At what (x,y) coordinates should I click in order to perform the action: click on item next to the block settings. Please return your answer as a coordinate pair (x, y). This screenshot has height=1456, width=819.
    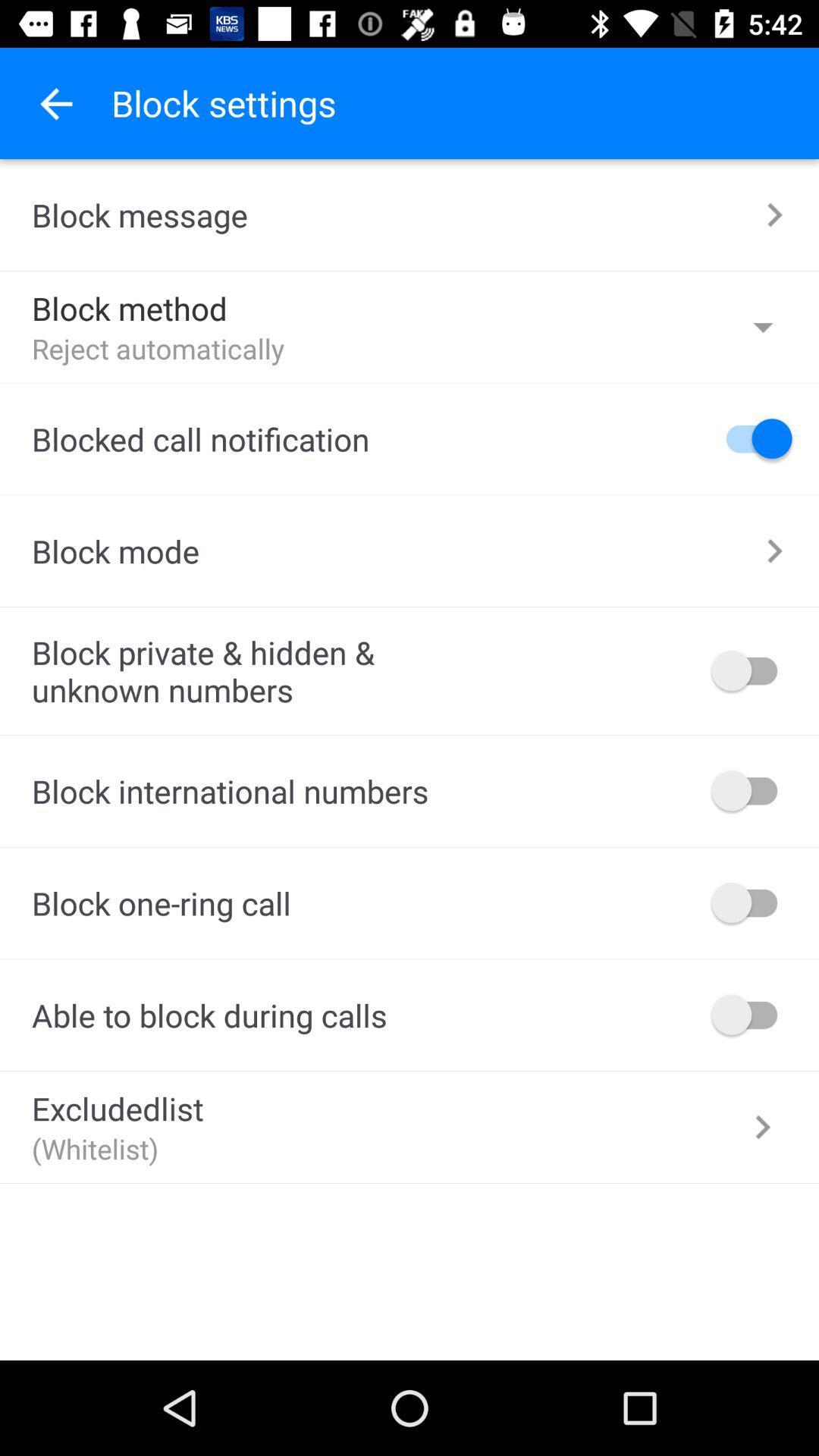
    Looking at the image, I should click on (55, 102).